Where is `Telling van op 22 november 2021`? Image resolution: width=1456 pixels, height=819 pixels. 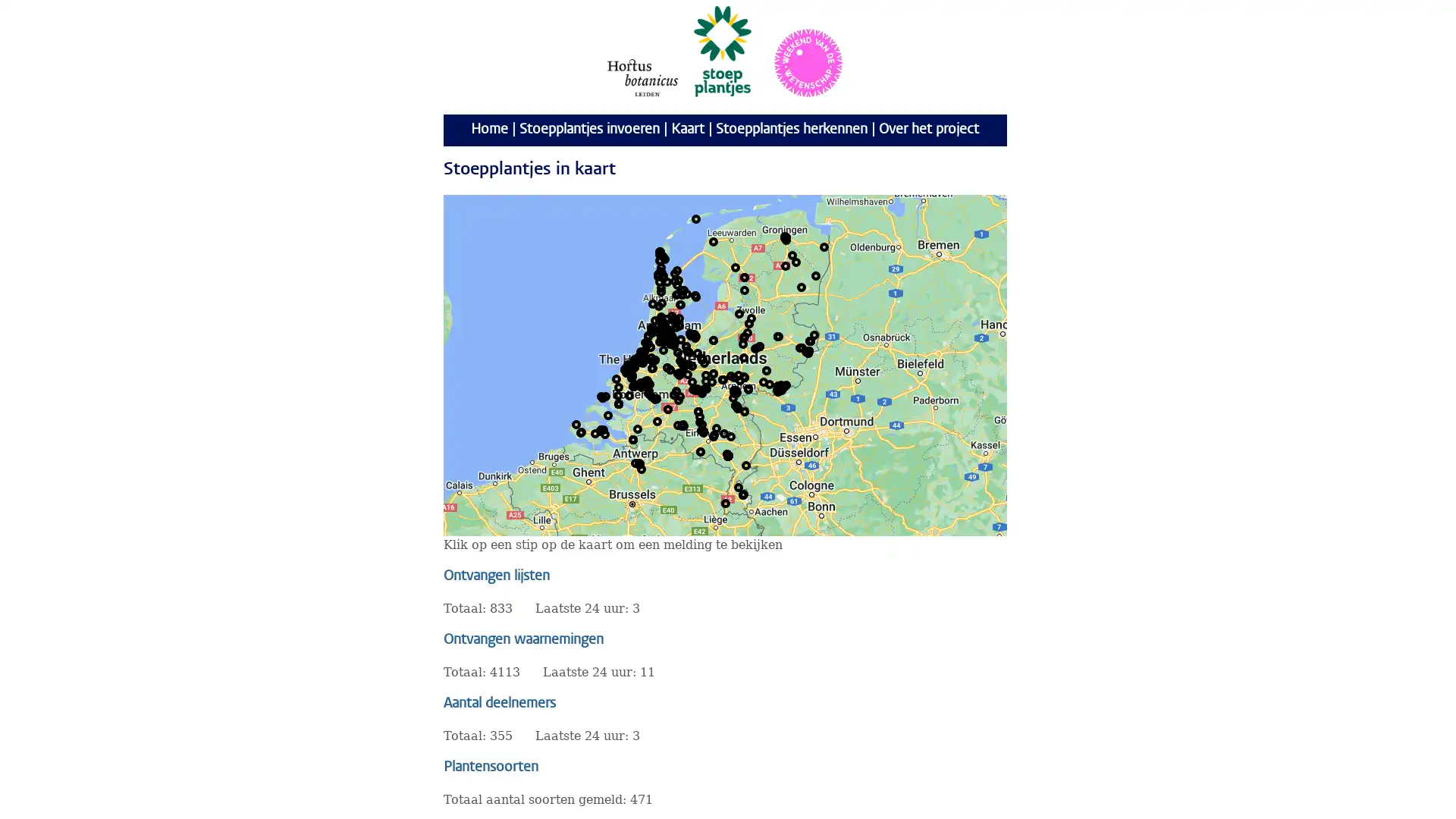
Telling van op 22 november 2021 is located at coordinates (648, 342).